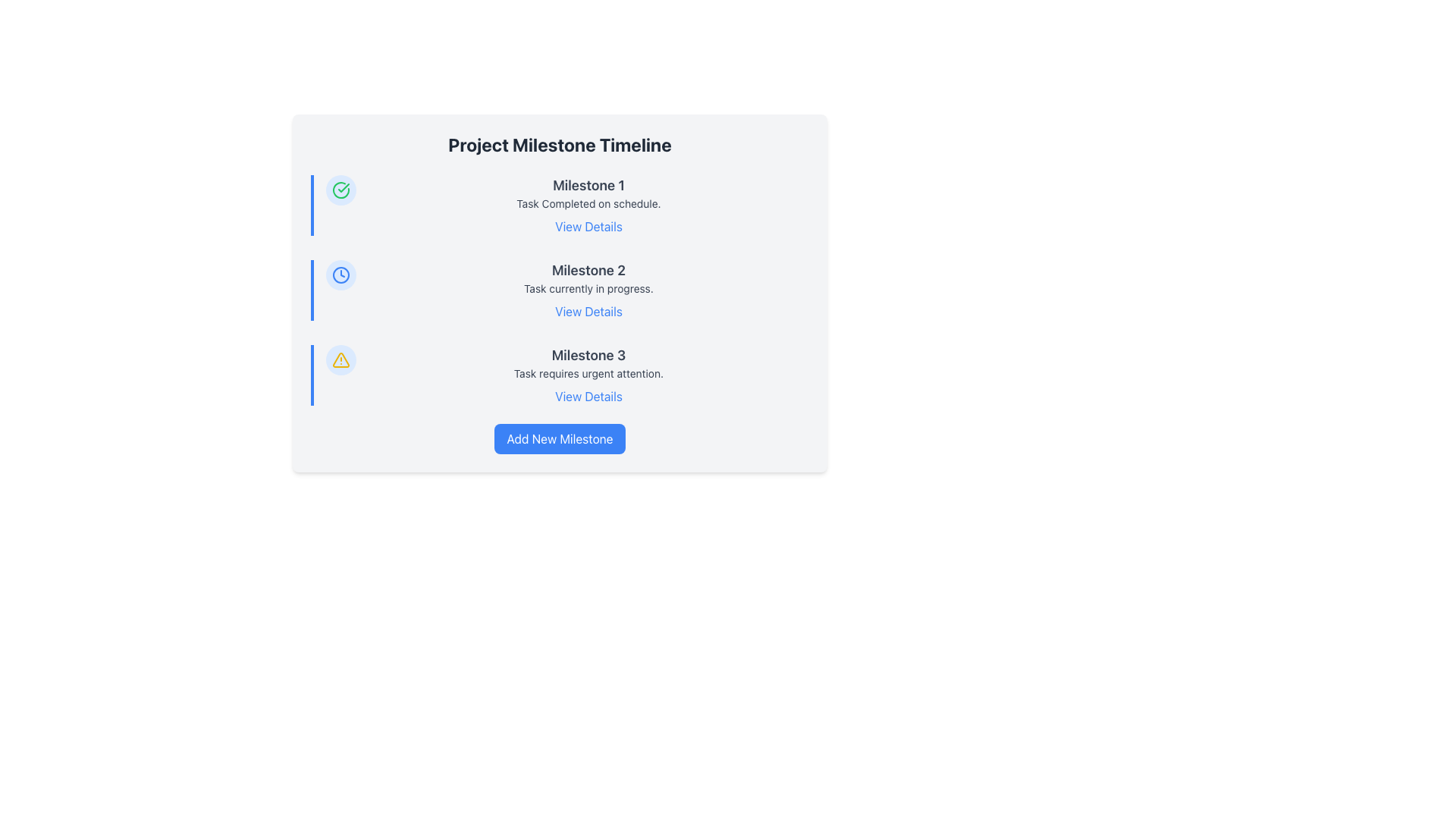 This screenshot has width=1456, height=819. What do you see at coordinates (340, 189) in the screenshot?
I see `the first milestone completion icon, which is visually represented by a rounded blue-tinted background and is located next to the text 'Milestone 1'` at bounding box center [340, 189].